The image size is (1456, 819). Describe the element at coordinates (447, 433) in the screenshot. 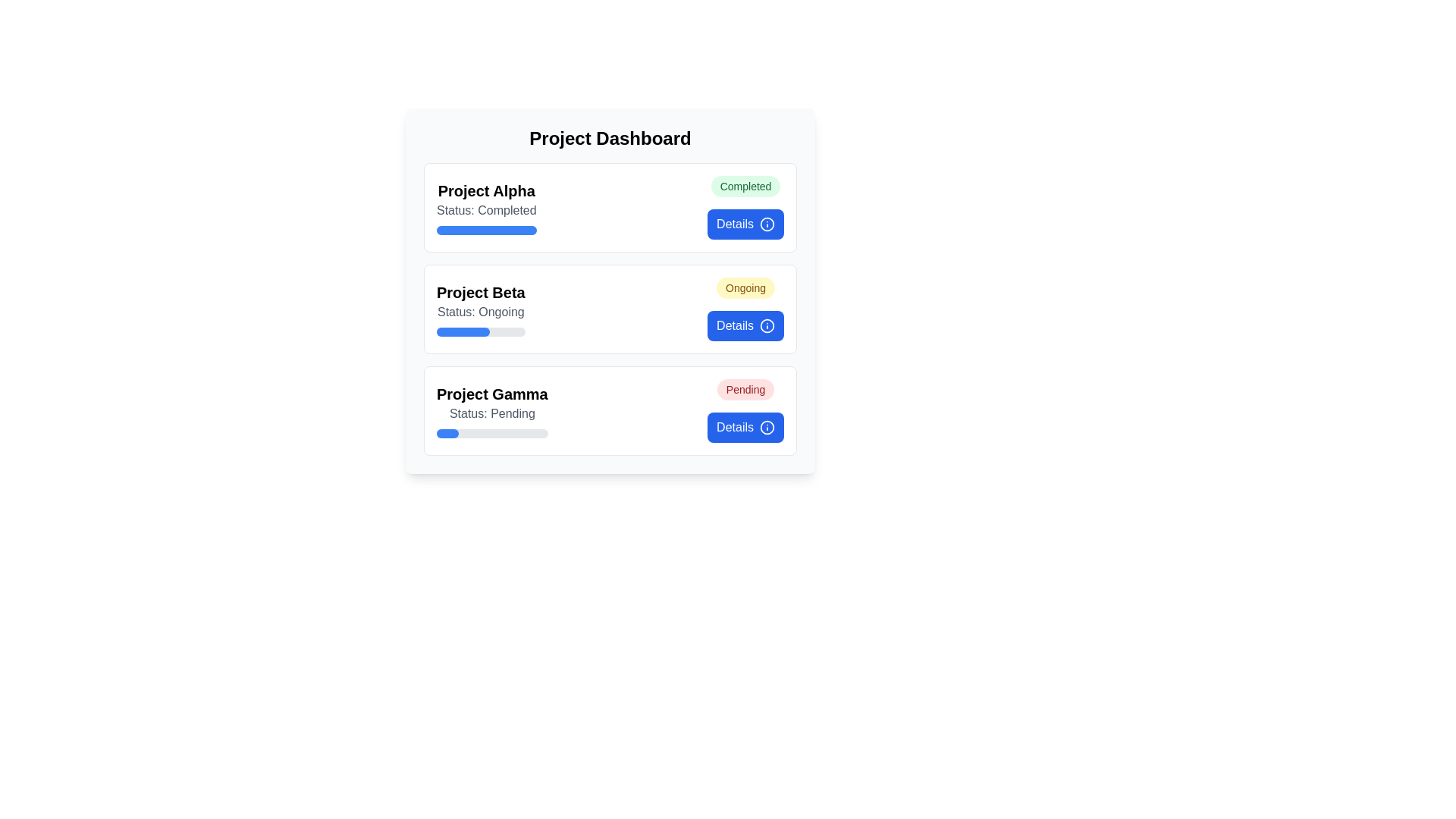

I see `style properties of the progress bar segment indicating 20% completion for Project Gamma, located in the third section of the progress bar` at that location.